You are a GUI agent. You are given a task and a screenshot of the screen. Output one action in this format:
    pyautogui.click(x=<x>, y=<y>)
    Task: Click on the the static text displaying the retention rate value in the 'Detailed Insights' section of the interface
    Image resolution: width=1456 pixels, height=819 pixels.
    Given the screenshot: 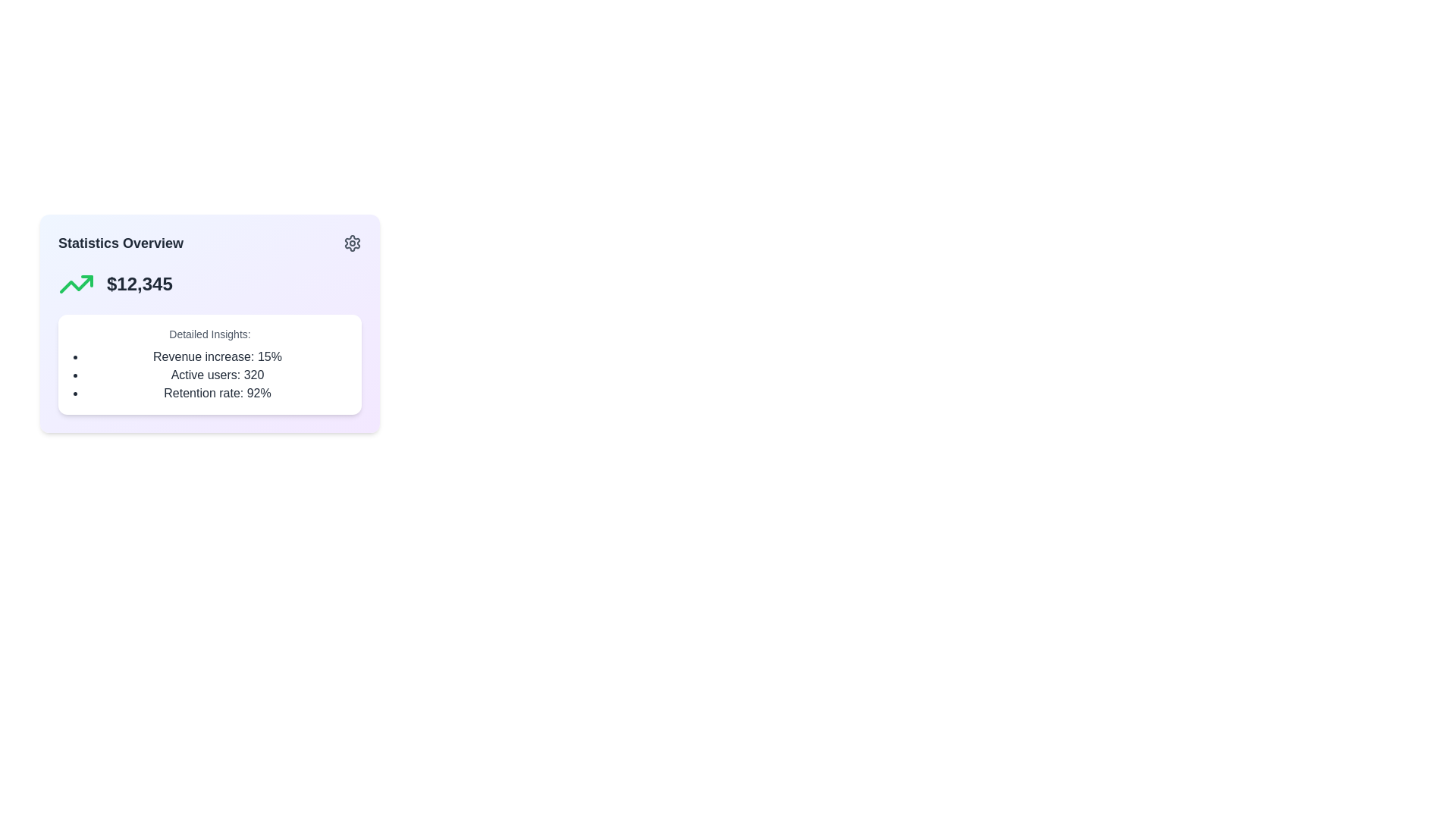 What is the action you would take?
    pyautogui.click(x=217, y=393)
    